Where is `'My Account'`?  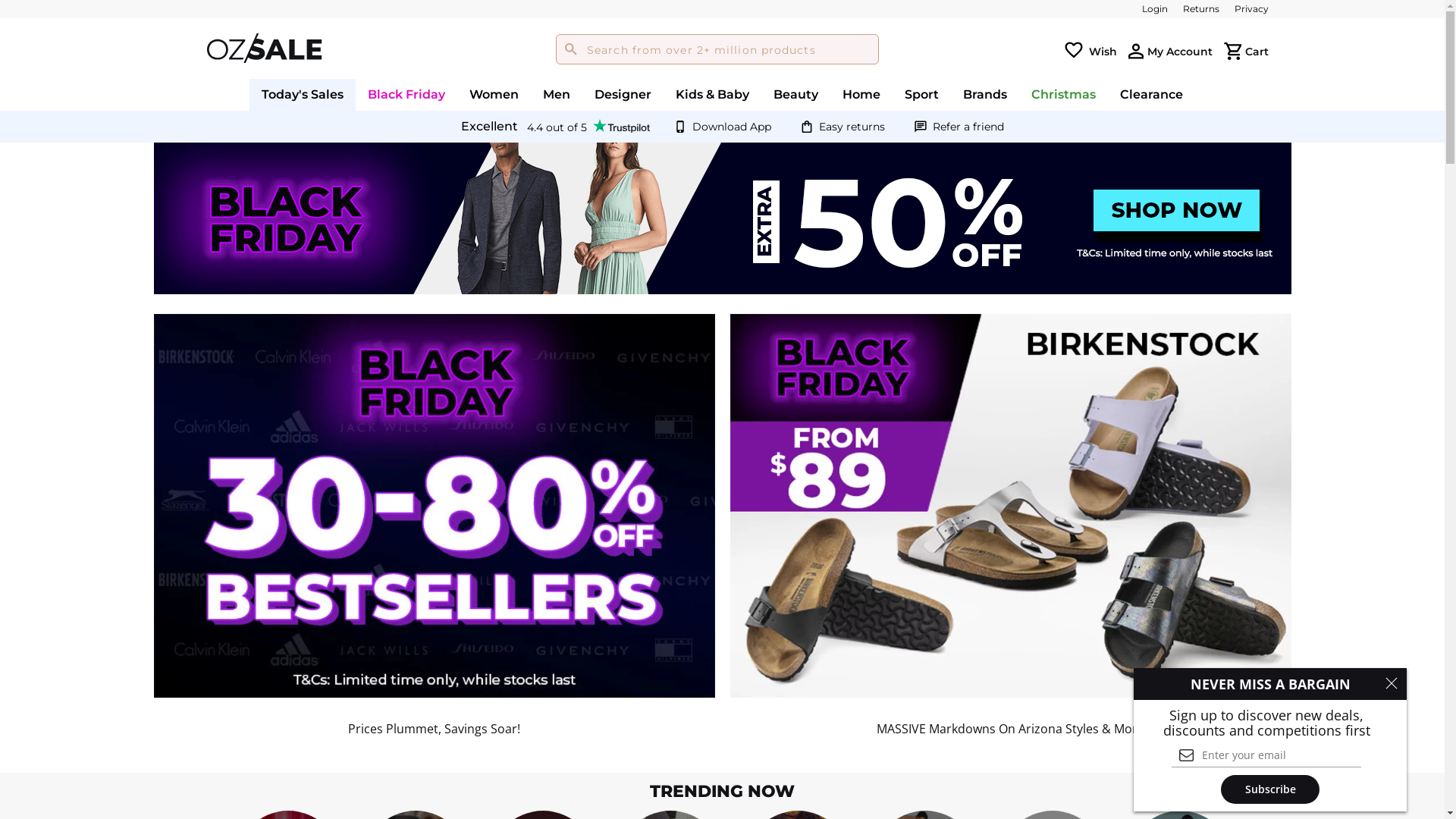 'My Account' is located at coordinates (1178, 49).